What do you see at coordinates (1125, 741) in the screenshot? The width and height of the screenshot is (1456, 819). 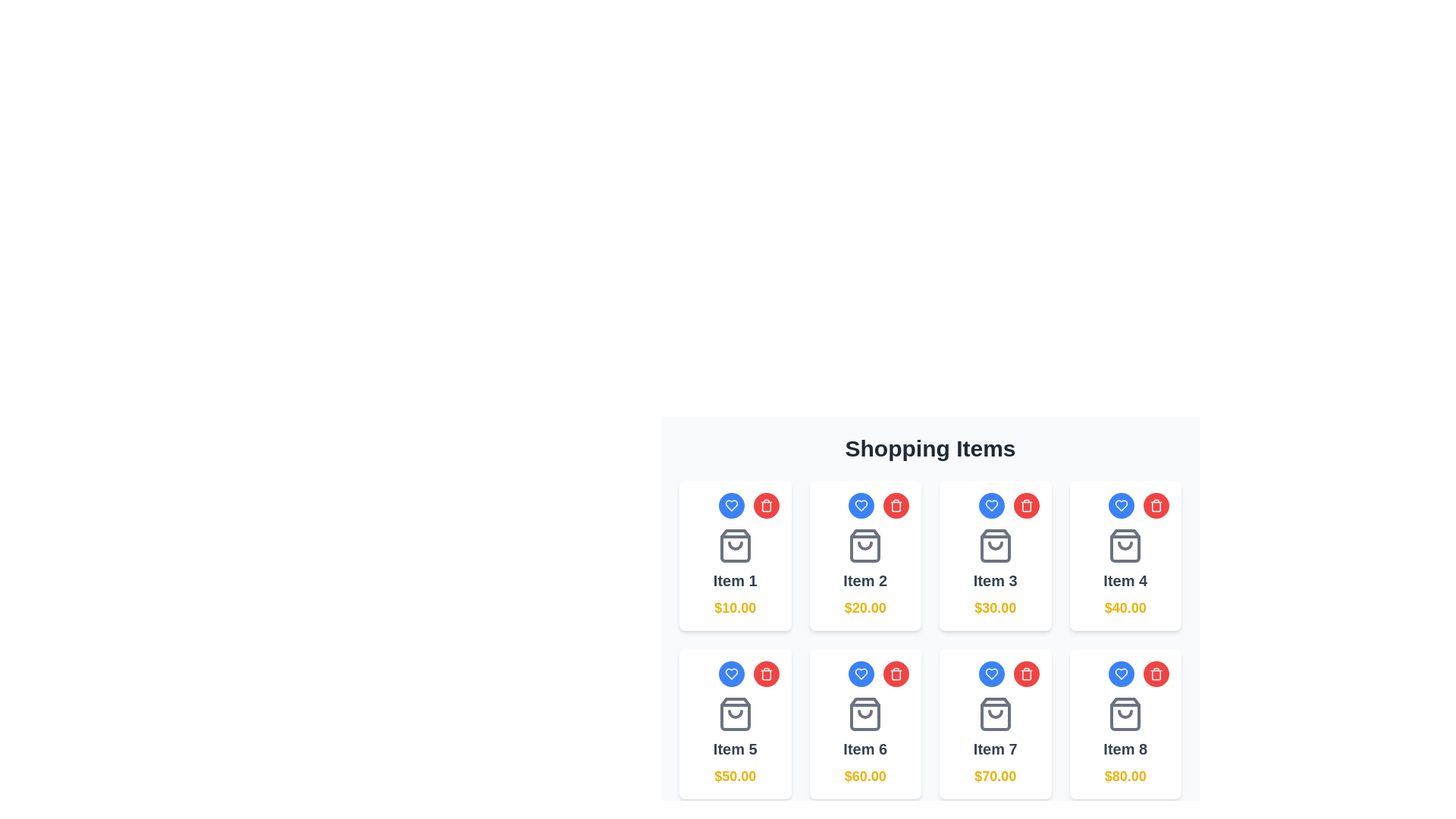 I see `linked elements within the 'Item 8' card located at the bottom-right position of the shopping items grid` at bounding box center [1125, 741].